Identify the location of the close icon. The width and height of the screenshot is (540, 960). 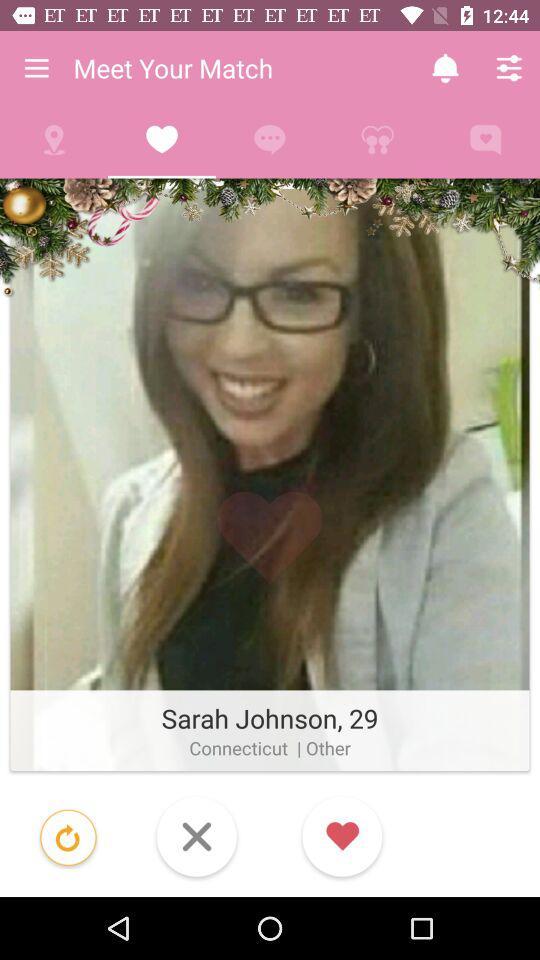
(196, 839).